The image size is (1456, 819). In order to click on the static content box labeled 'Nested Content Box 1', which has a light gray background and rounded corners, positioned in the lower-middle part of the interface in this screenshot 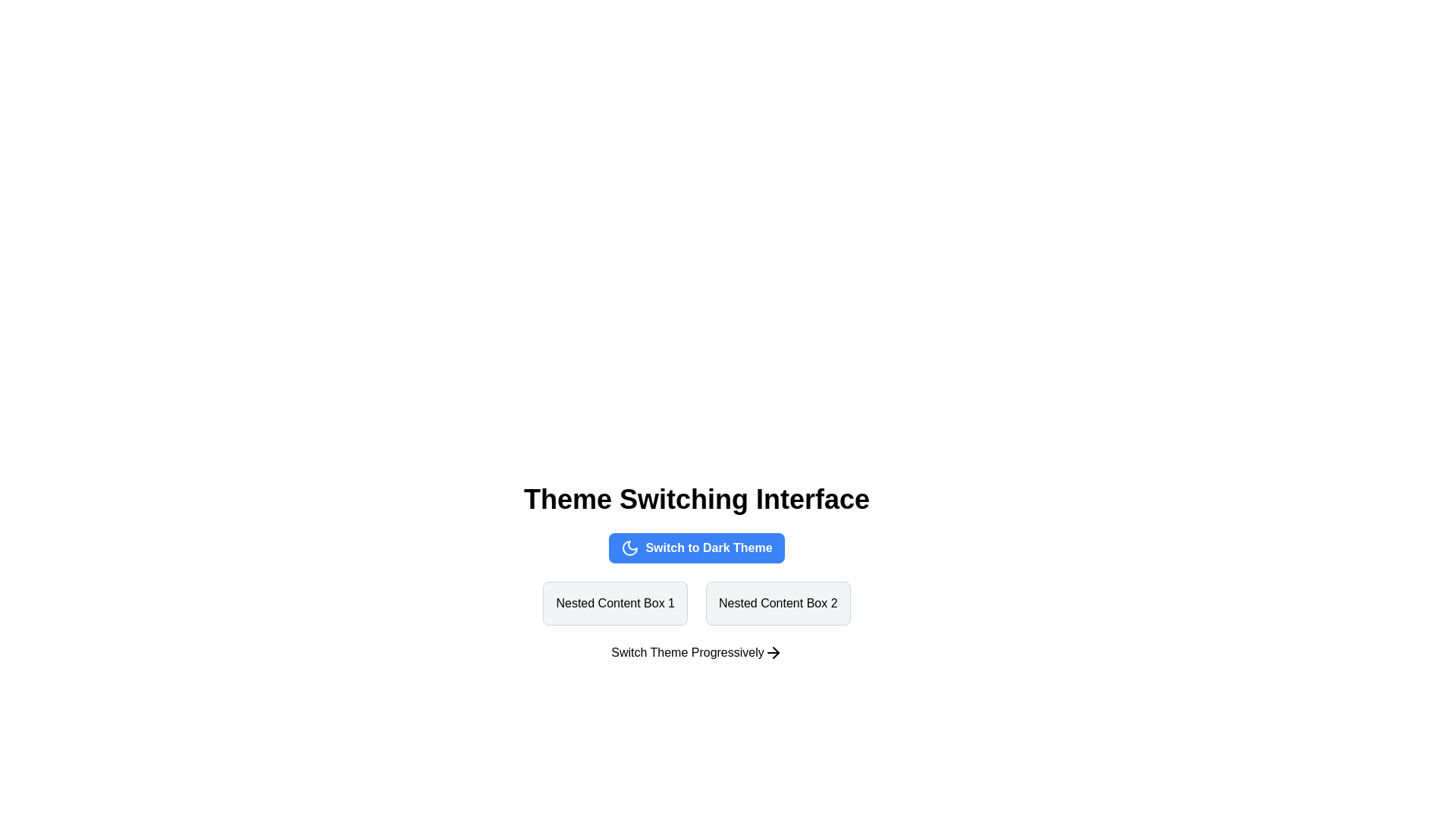, I will do `click(615, 602)`.